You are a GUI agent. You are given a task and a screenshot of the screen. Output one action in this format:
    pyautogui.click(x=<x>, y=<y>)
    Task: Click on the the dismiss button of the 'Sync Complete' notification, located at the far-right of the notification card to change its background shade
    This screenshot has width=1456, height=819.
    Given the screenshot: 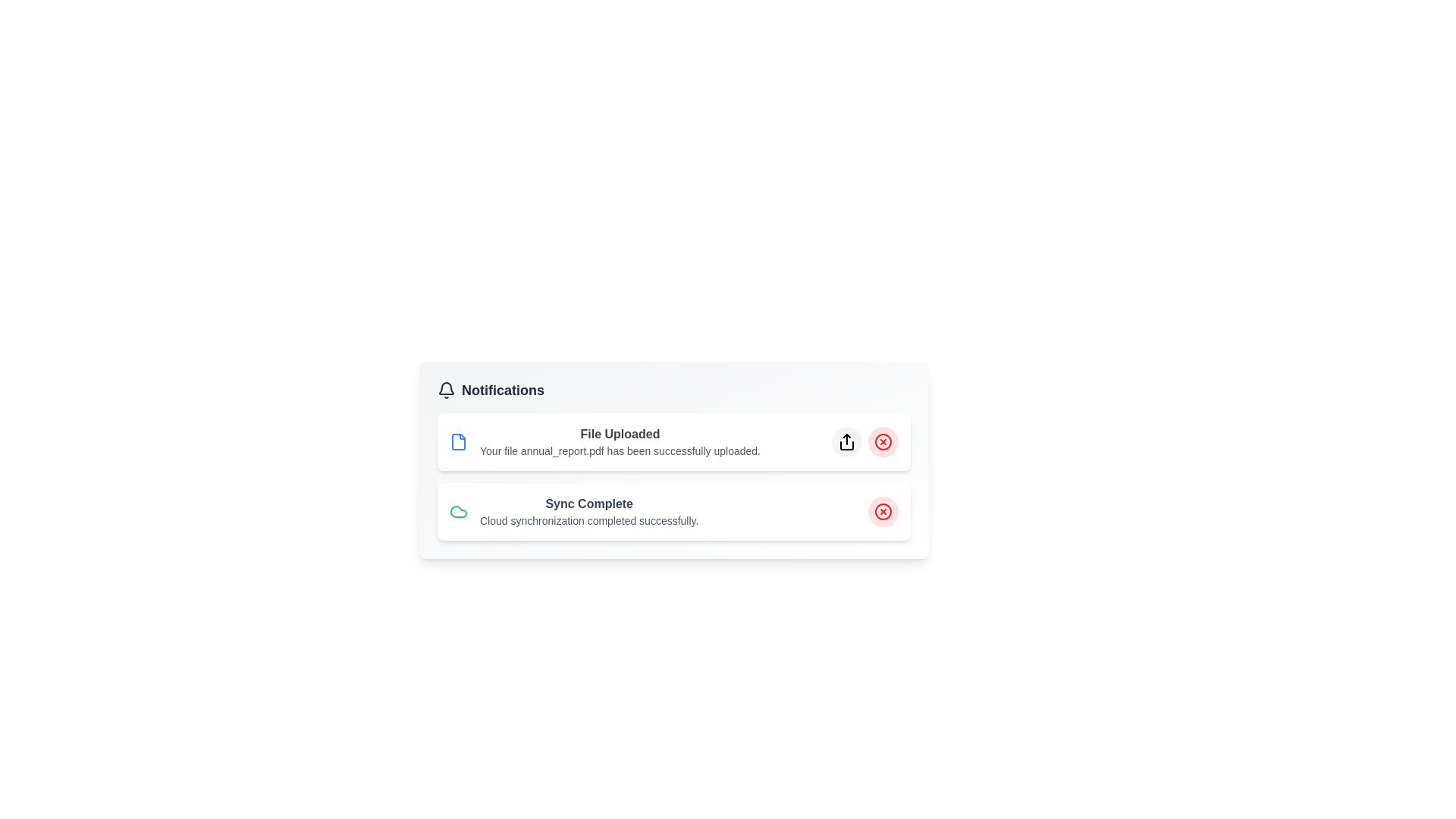 What is the action you would take?
    pyautogui.click(x=883, y=512)
    